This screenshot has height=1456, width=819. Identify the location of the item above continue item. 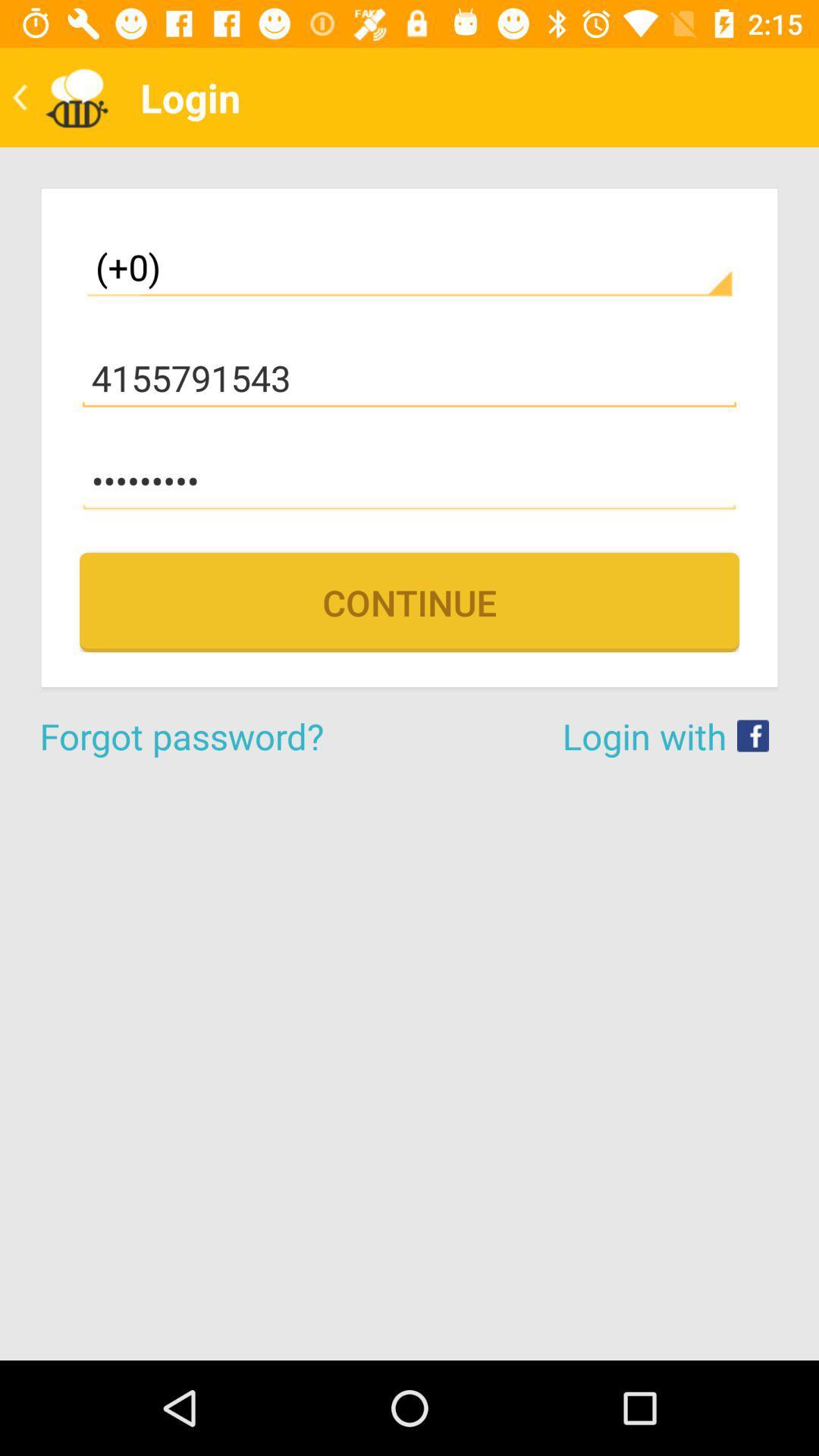
(409, 480).